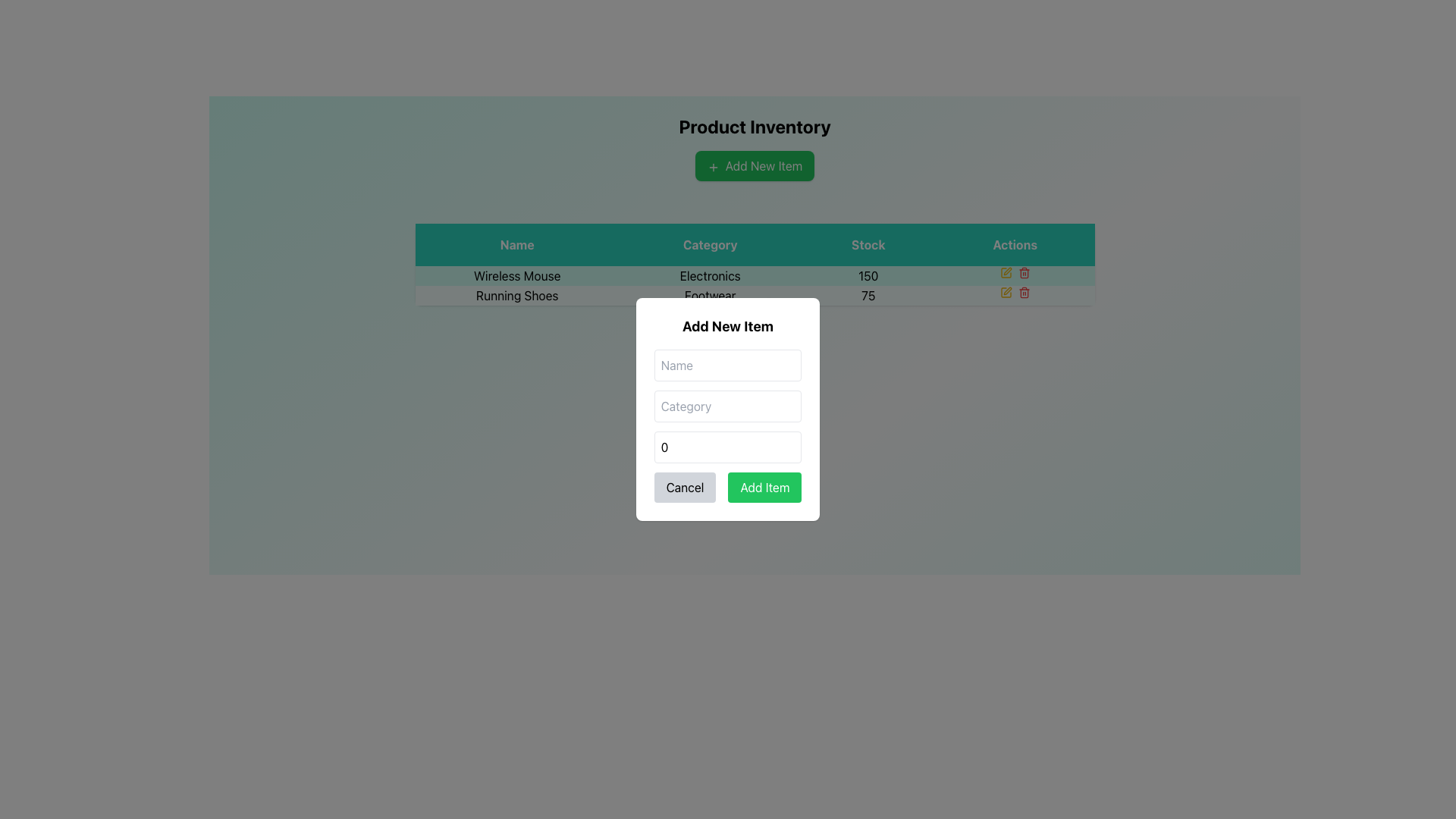  Describe the element at coordinates (755, 125) in the screenshot. I see `the 'Product Inventory' text label, which is bold and large, located near the top of its section and distinct against a lighter background` at that location.